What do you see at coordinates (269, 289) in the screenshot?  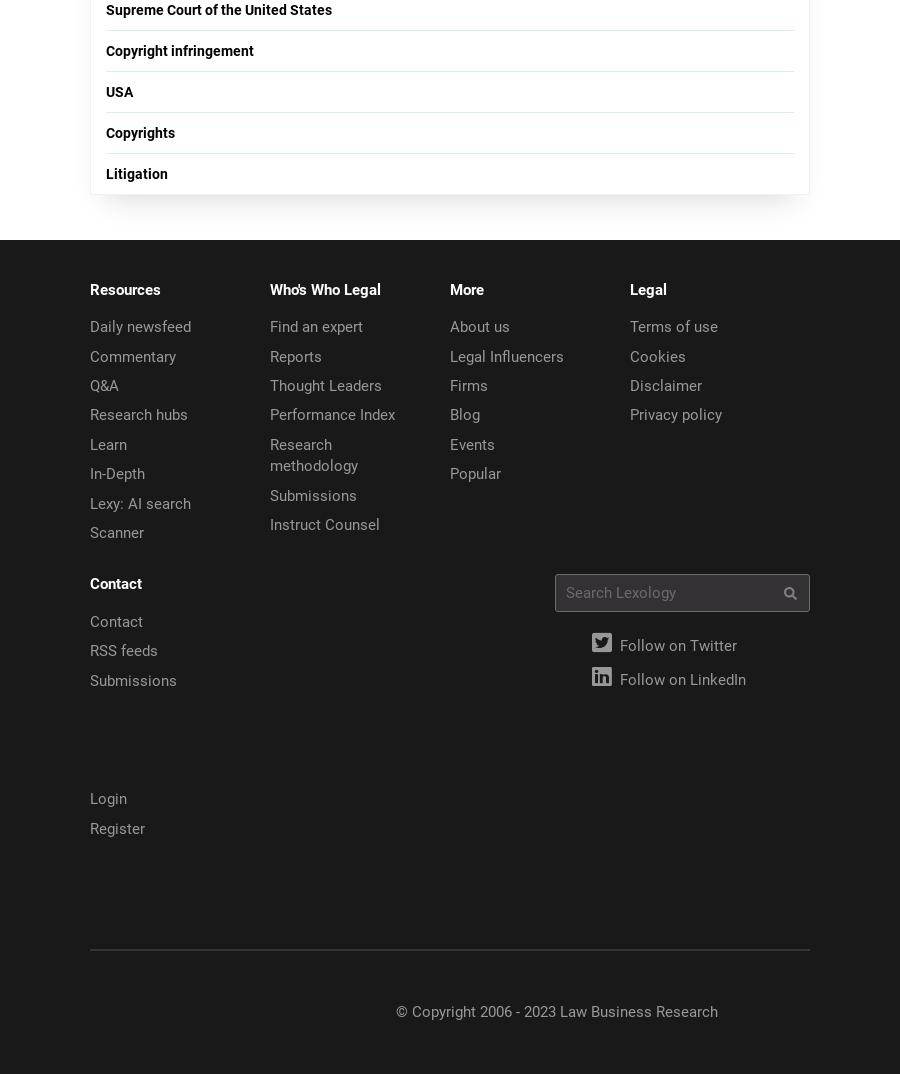 I see `'Who's Who Legal'` at bounding box center [269, 289].